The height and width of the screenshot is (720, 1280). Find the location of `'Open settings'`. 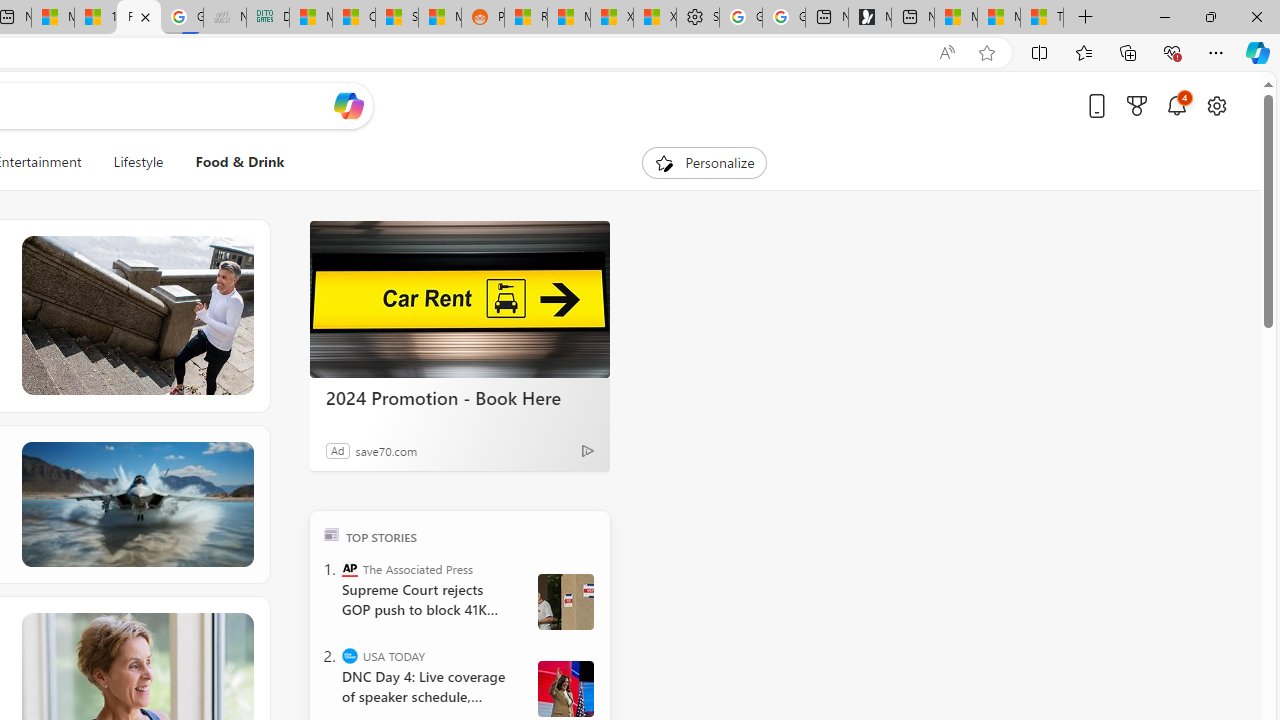

'Open settings' is located at coordinates (1215, 105).